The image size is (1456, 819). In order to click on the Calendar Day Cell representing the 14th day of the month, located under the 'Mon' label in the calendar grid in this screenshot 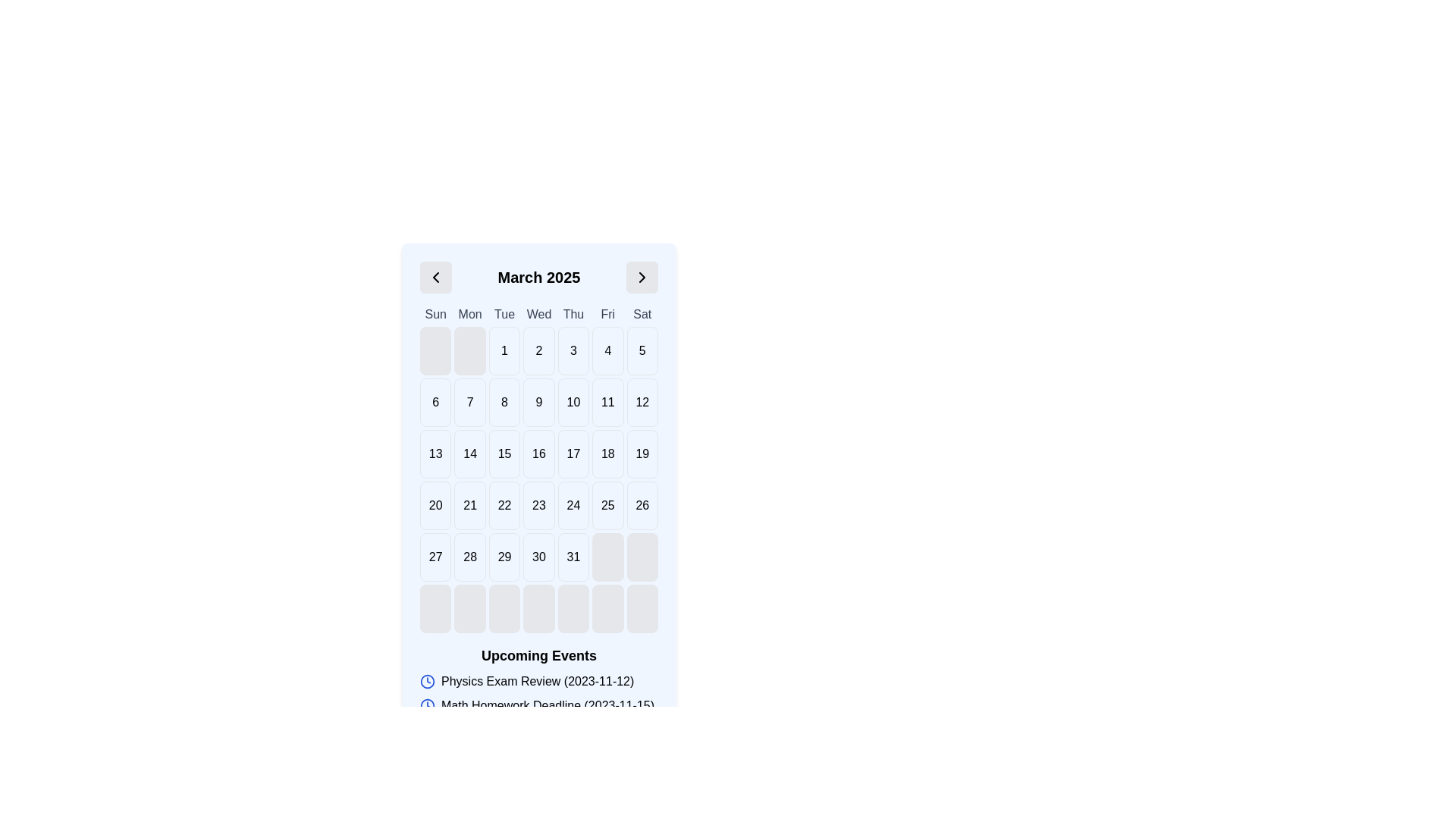, I will do `click(469, 453)`.